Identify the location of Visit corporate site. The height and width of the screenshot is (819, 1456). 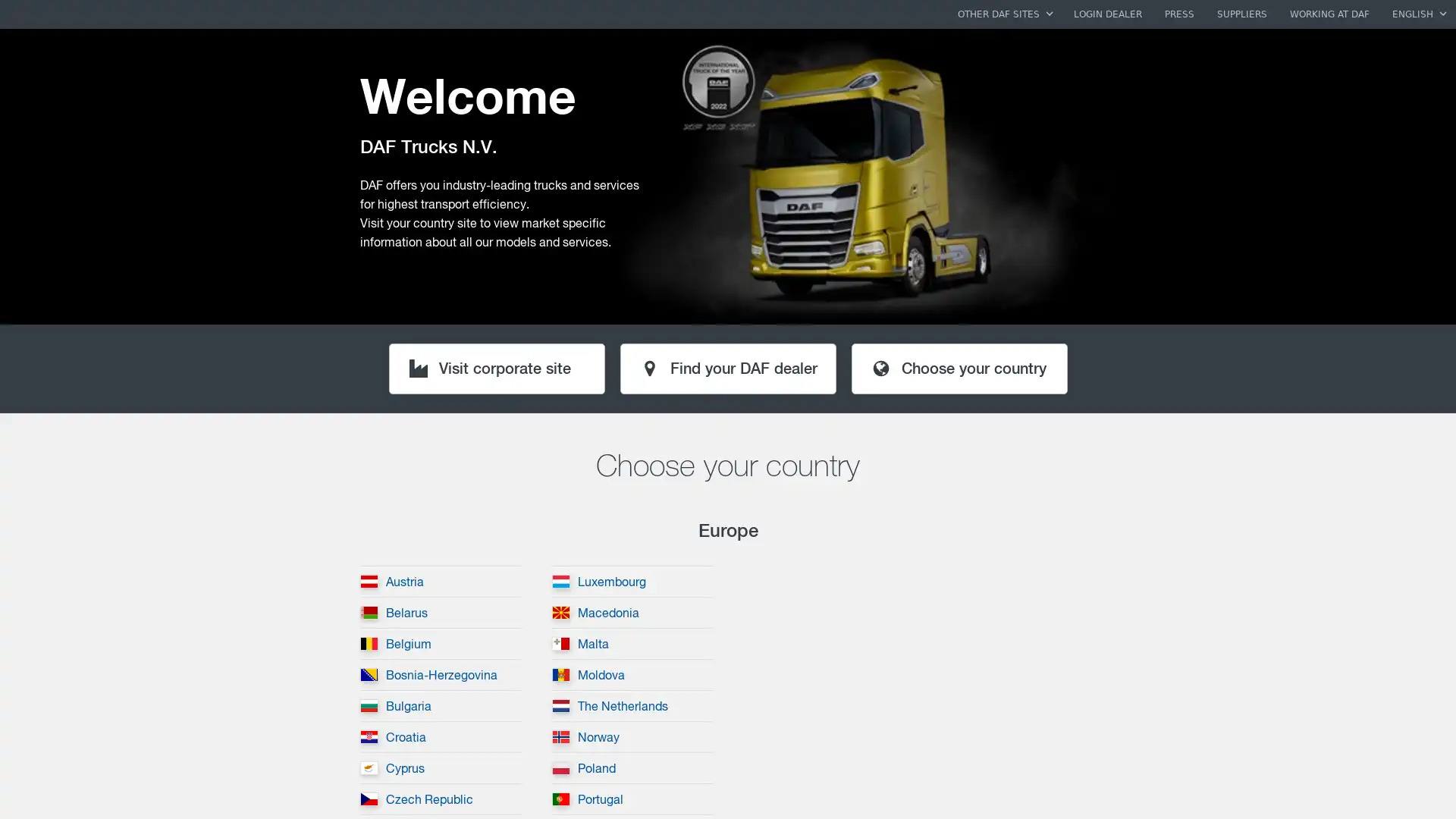
(496, 369).